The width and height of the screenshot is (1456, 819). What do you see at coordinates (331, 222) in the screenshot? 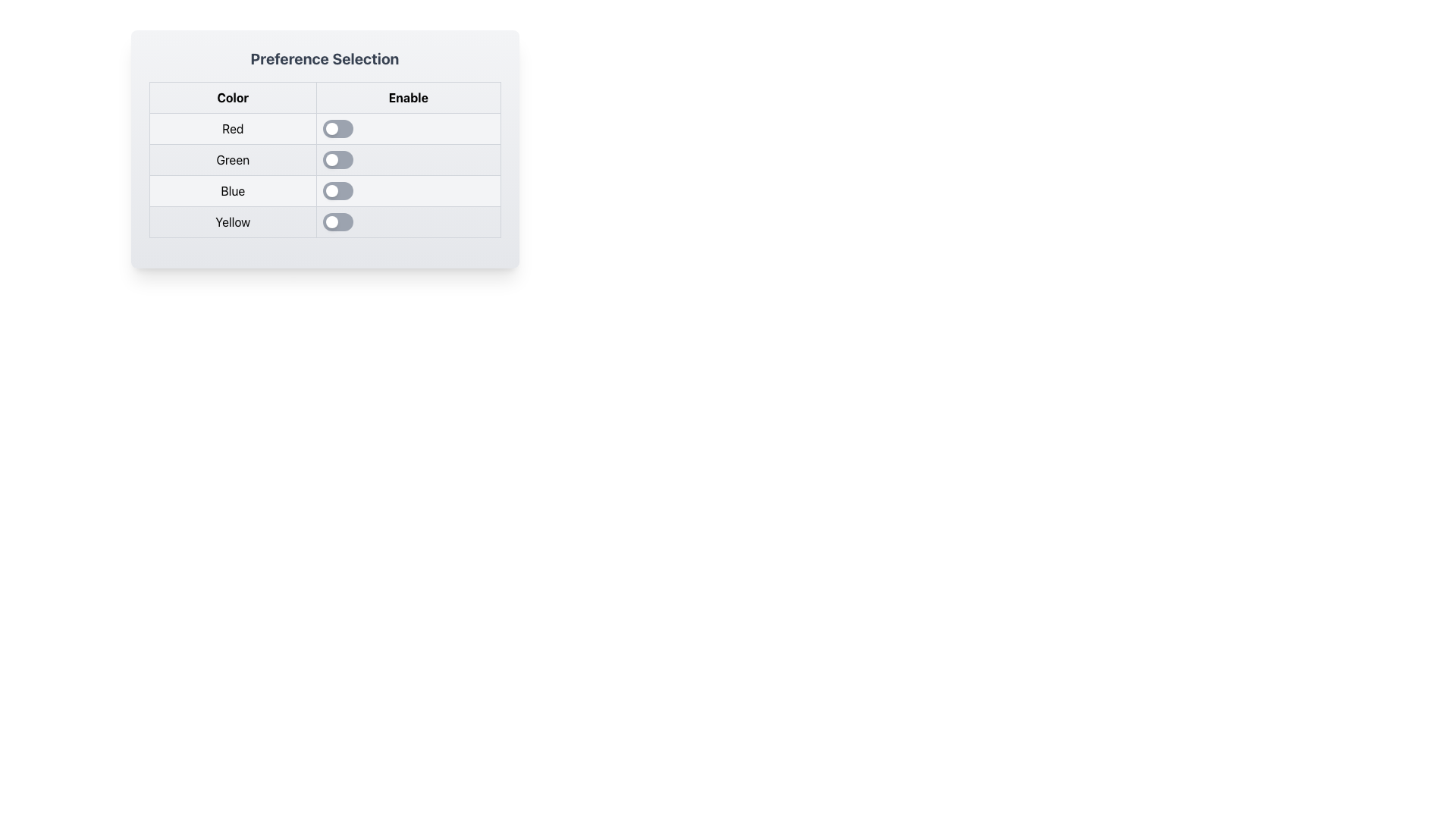
I see `the circular toggle knob in the 'Enable' column of the 'Yellow' row` at bounding box center [331, 222].